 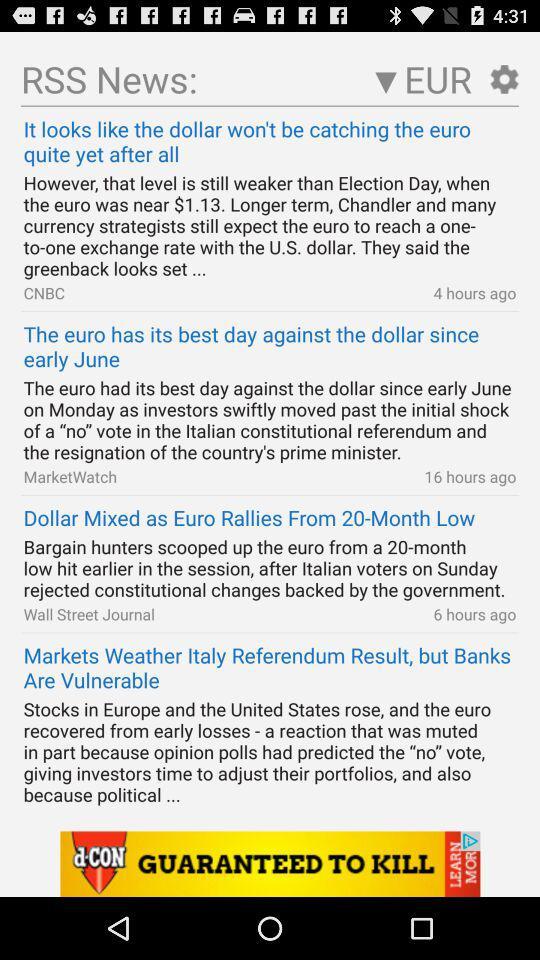 What do you see at coordinates (270, 863) in the screenshot?
I see `banner advertisement` at bounding box center [270, 863].